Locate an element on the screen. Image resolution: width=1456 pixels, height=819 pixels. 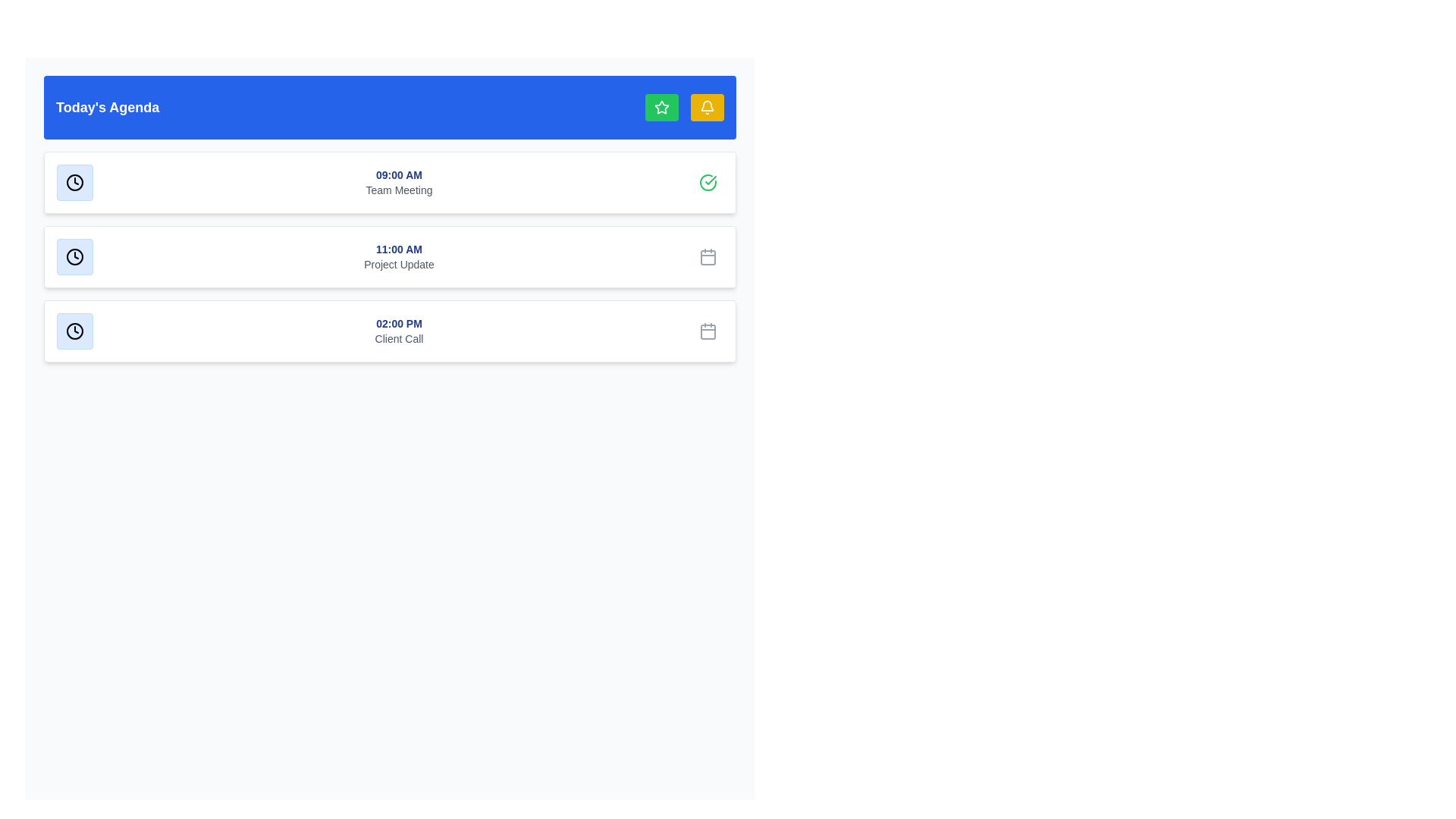
the SVG circle element that serves as the boundary of the clock icon associated with the agenda entry for '02:00 PM' and 'Client Call', located within the third agenda item is located at coordinates (74, 330).